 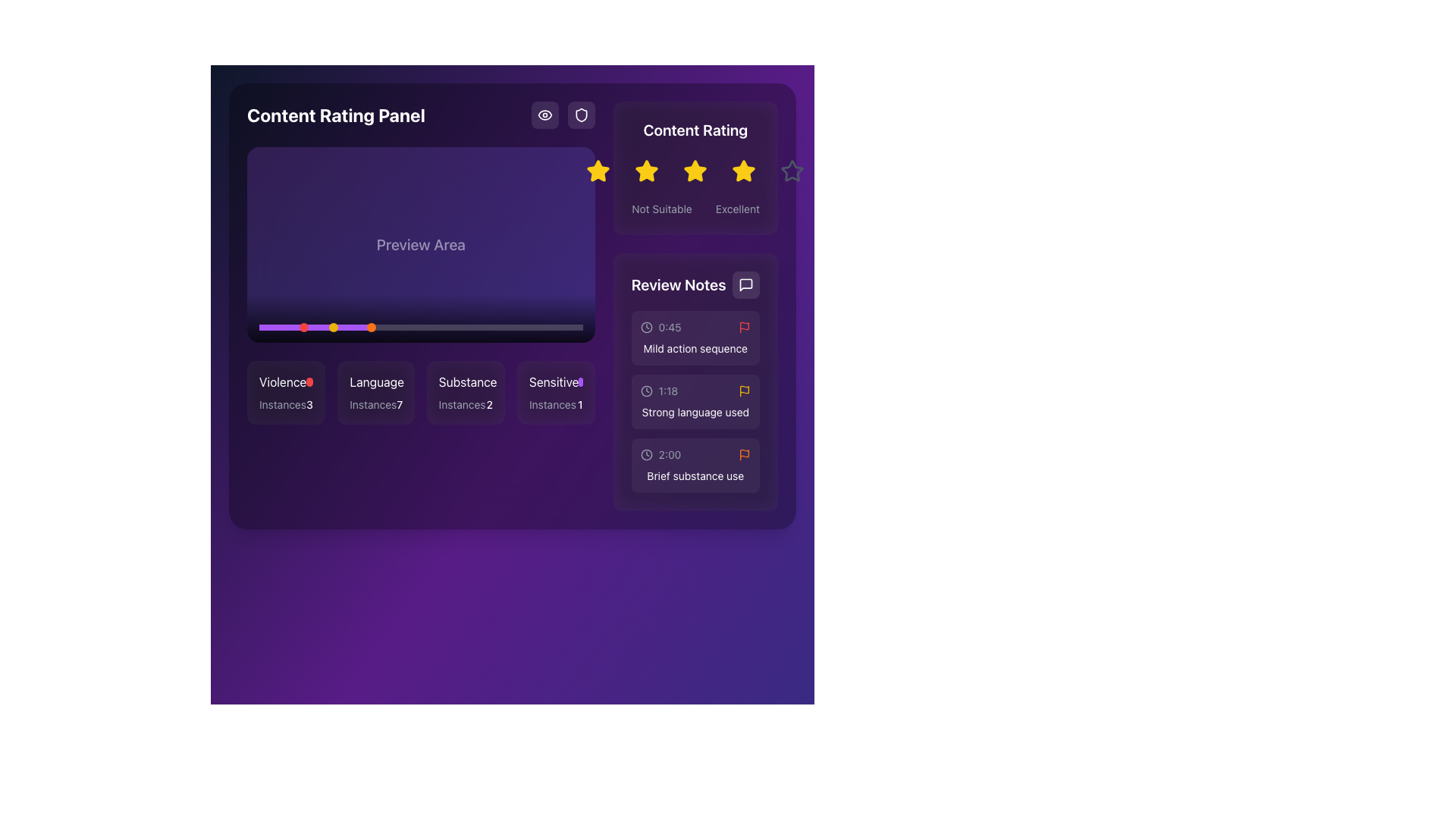 I want to click on the button in the top-right region of the Content Rating Panel, so click(x=580, y=114).